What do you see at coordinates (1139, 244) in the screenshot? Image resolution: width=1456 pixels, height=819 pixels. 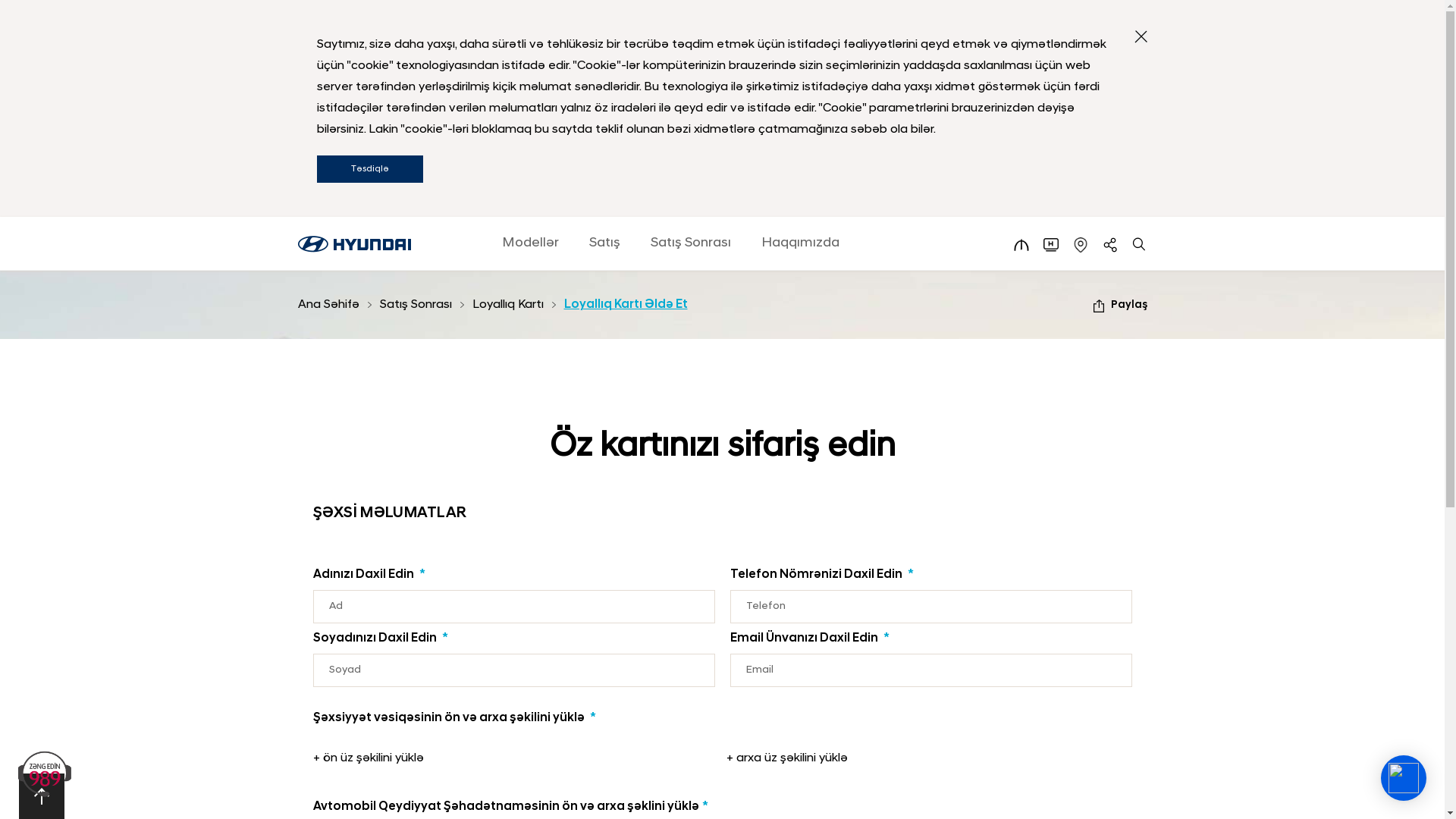 I see `'Axtar'` at bounding box center [1139, 244].